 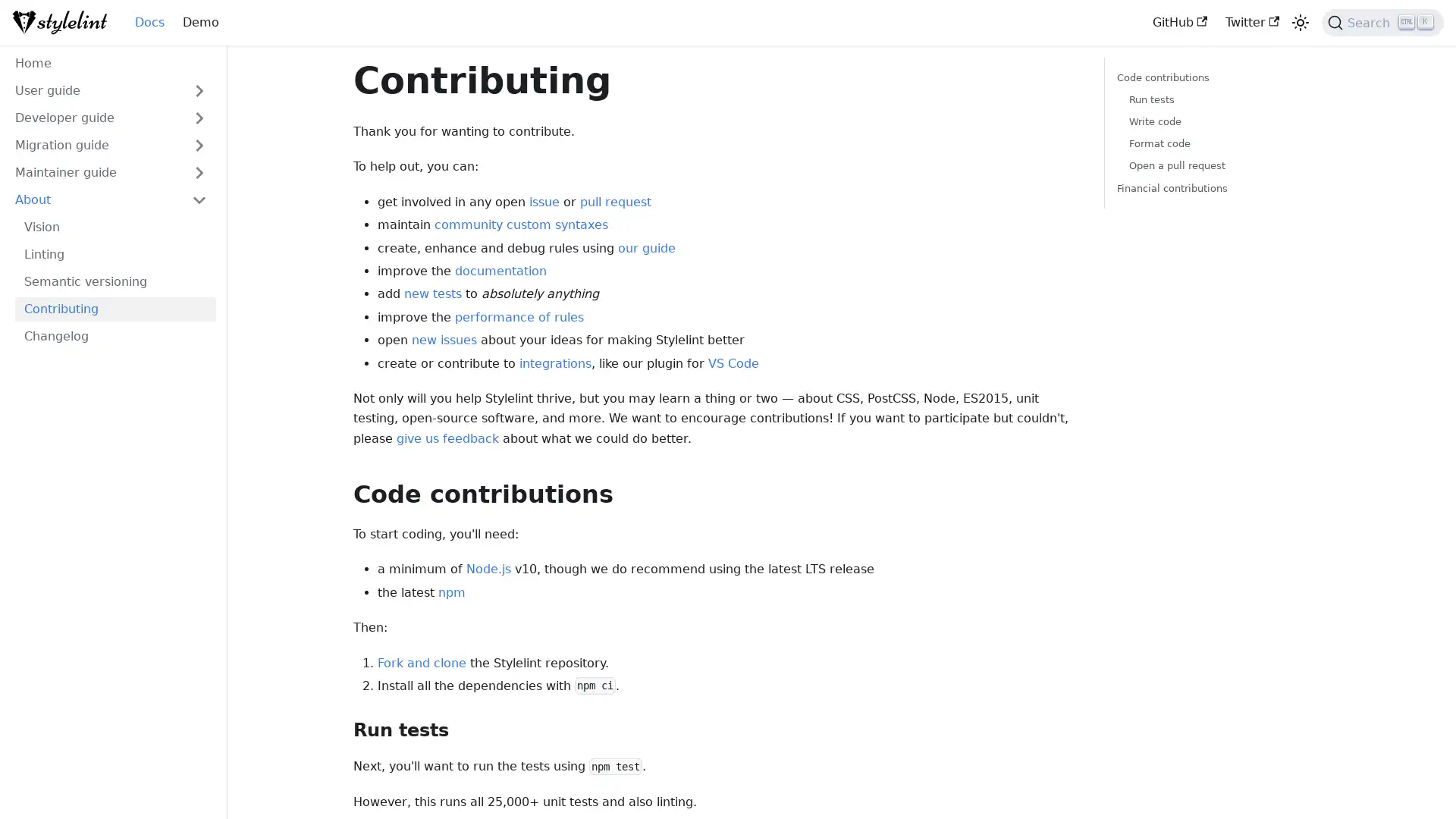 I want to click on Switch between dark and light mode (currently light mode), so click(x=1299, y=23).